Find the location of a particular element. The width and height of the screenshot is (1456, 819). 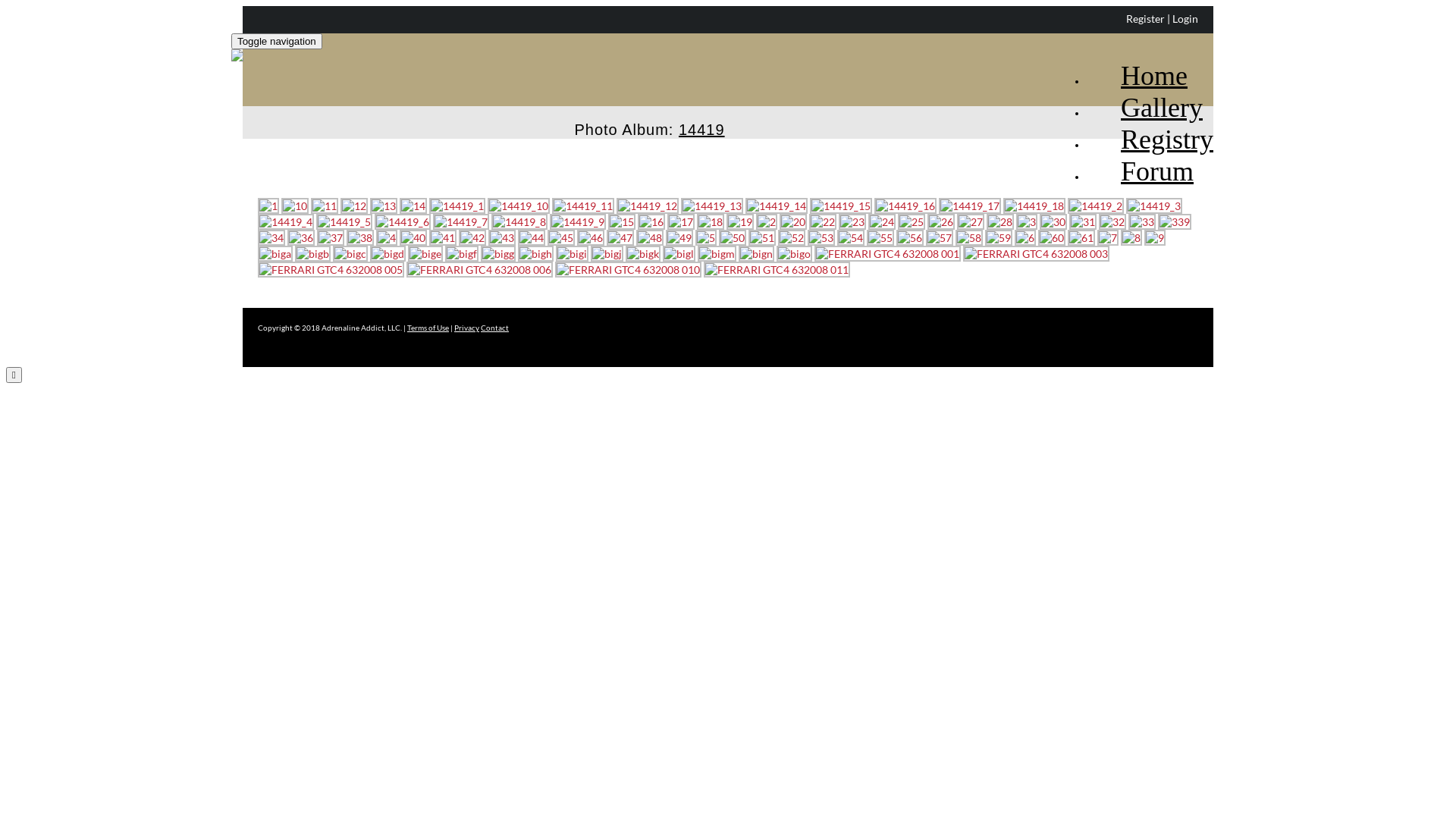

'22 (click to enlarge)' is located at coordinates (808, 221).